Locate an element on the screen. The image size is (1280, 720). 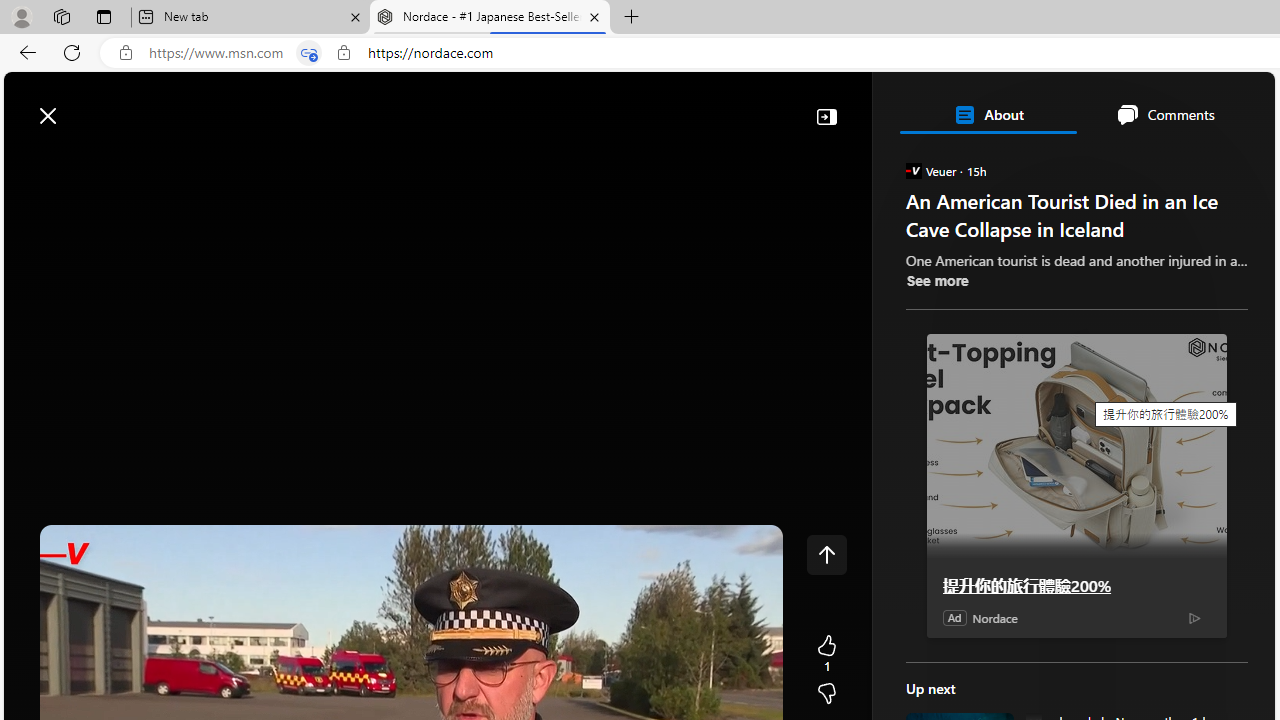
'Class: button-glyph' is located at coordinates (29, 162).